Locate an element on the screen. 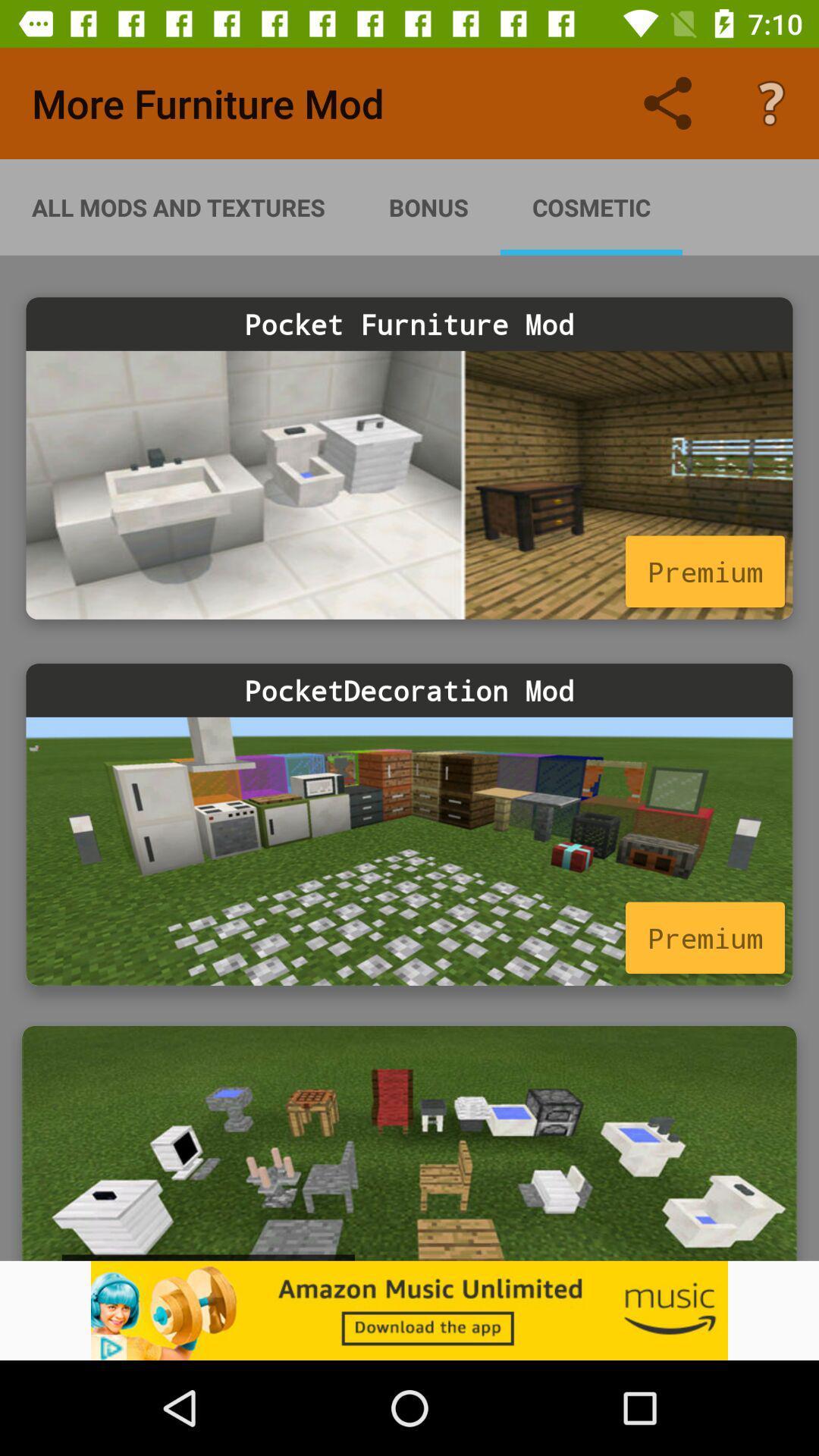 Image resolution: width=819 pixels, height=1456 pixels. third option is located at coordinates (409, 1143).